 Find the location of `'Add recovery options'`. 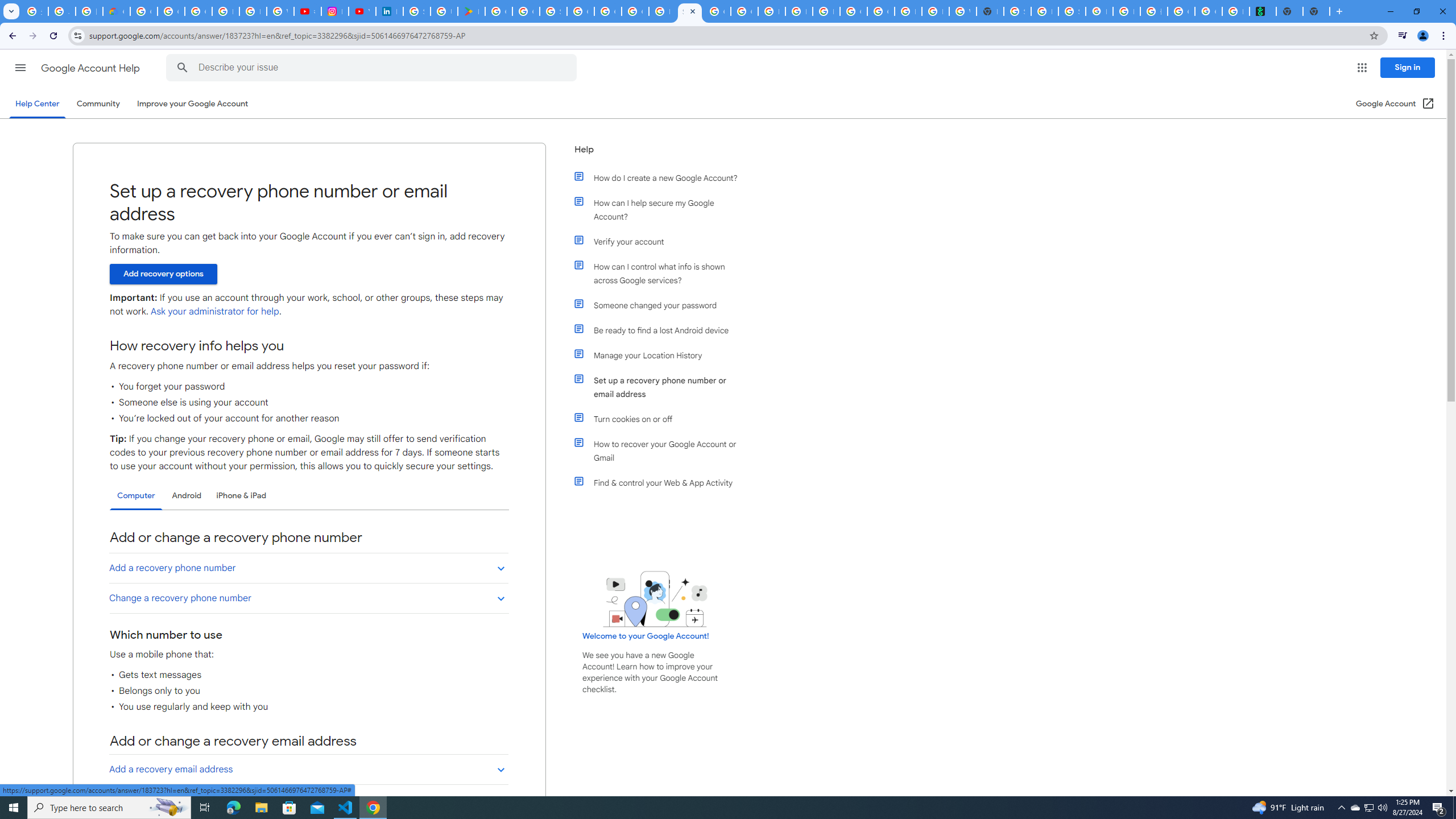

'Add recovery options' is located at coordinates (162, 273).